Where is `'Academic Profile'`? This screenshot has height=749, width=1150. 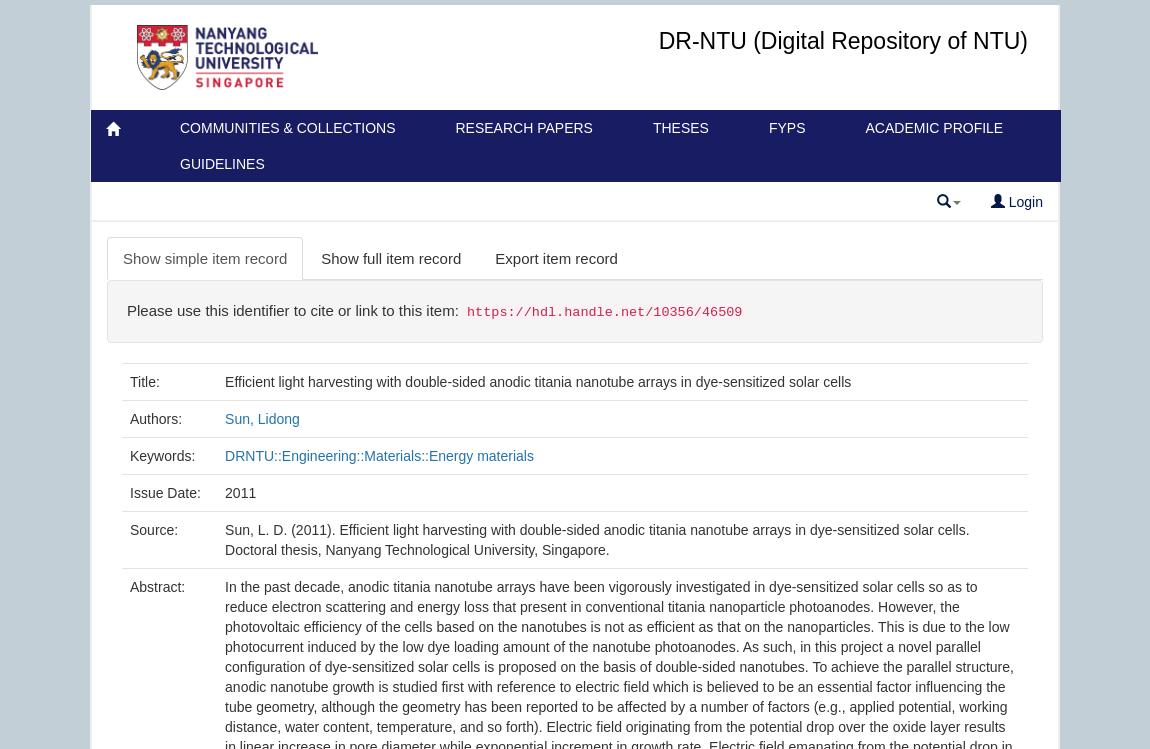 'Academic Profile' is located at coordinates (865, 127).